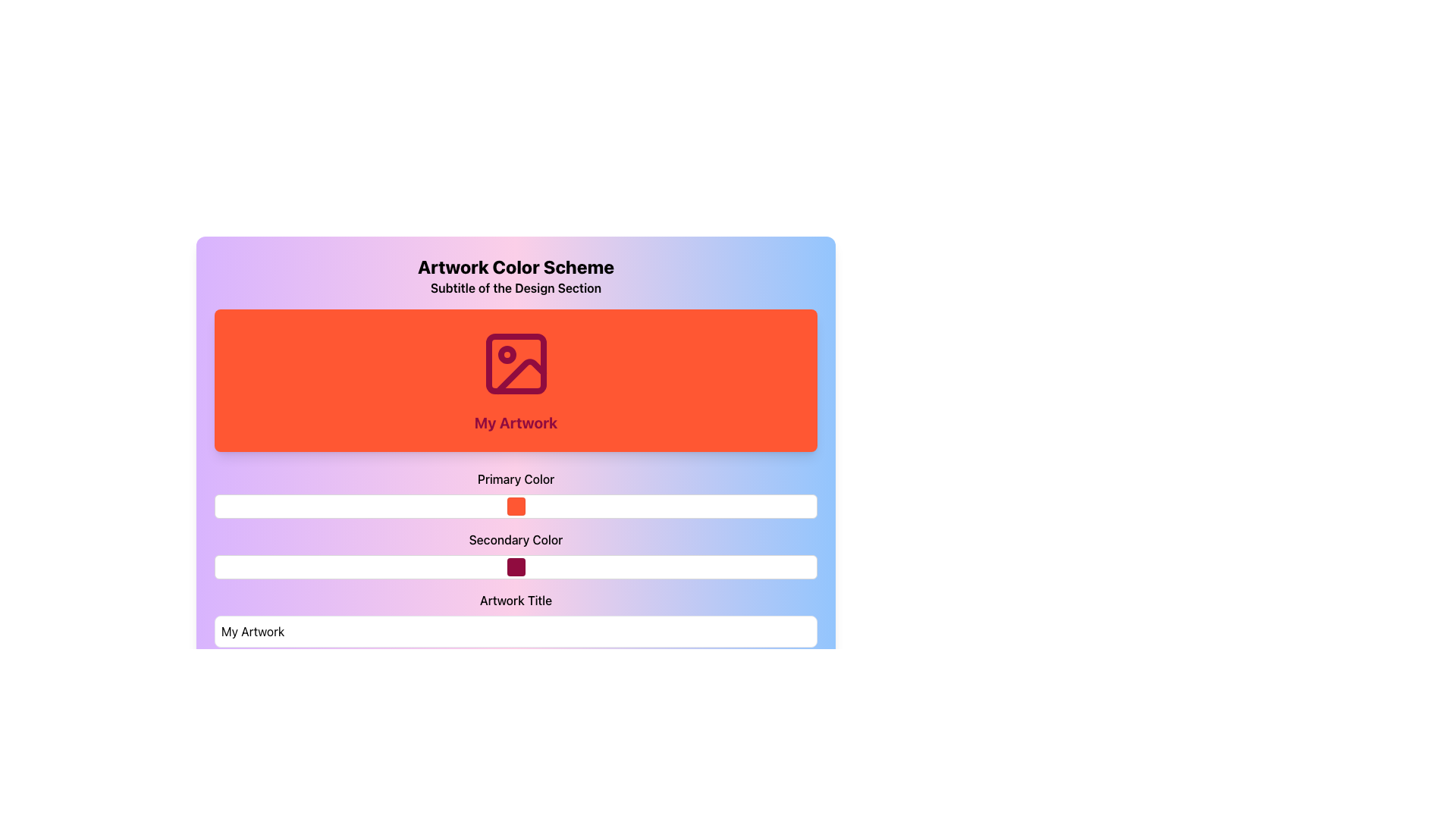 This screenshot has height=819, width=1456. I want to click on the Color display block associated with the 'Primary Color' label, so click(516, 506).